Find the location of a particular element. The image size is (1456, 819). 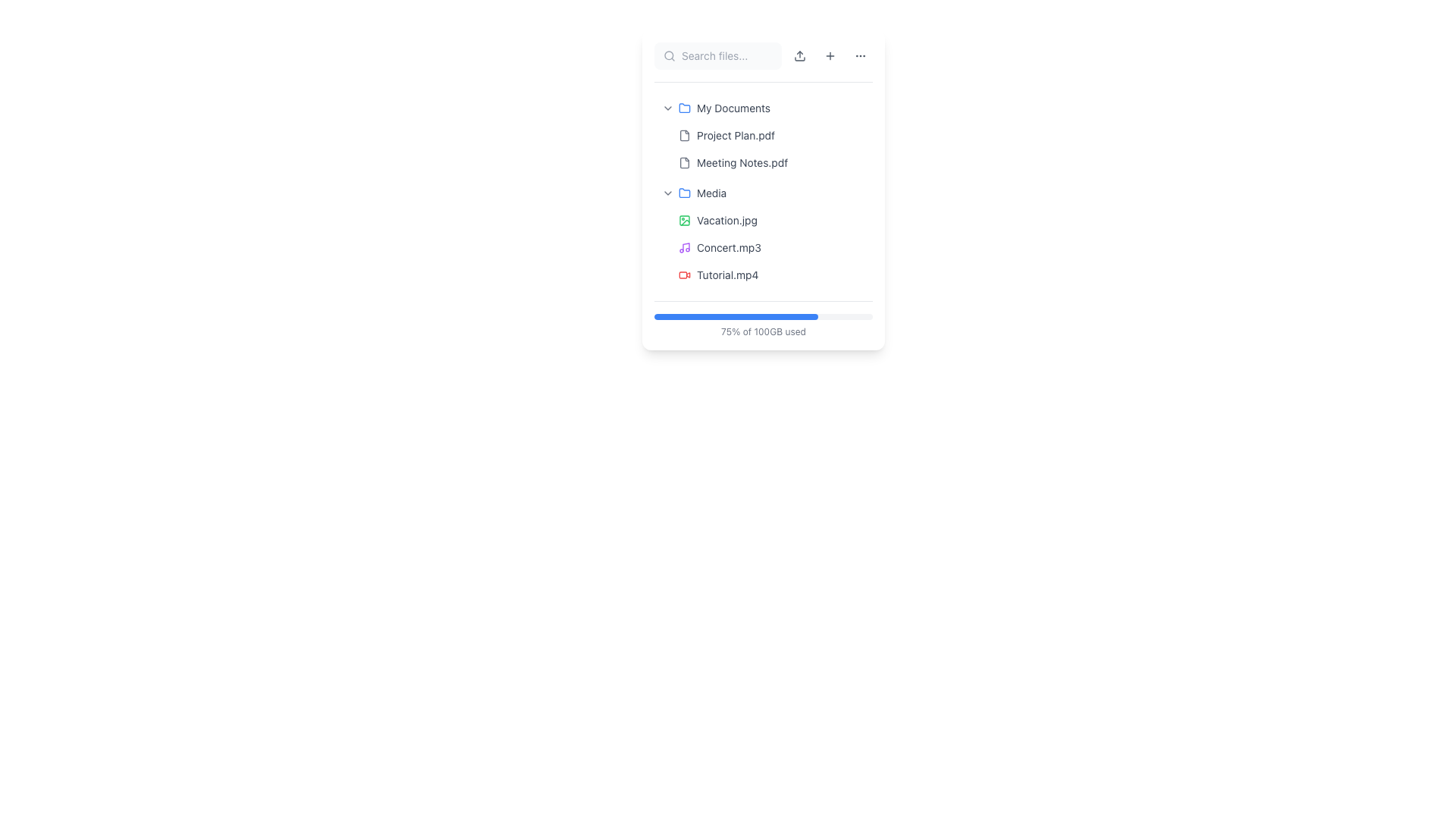

the third button from the left in the row at the top right of the panel is located at coordinates (829, 55).